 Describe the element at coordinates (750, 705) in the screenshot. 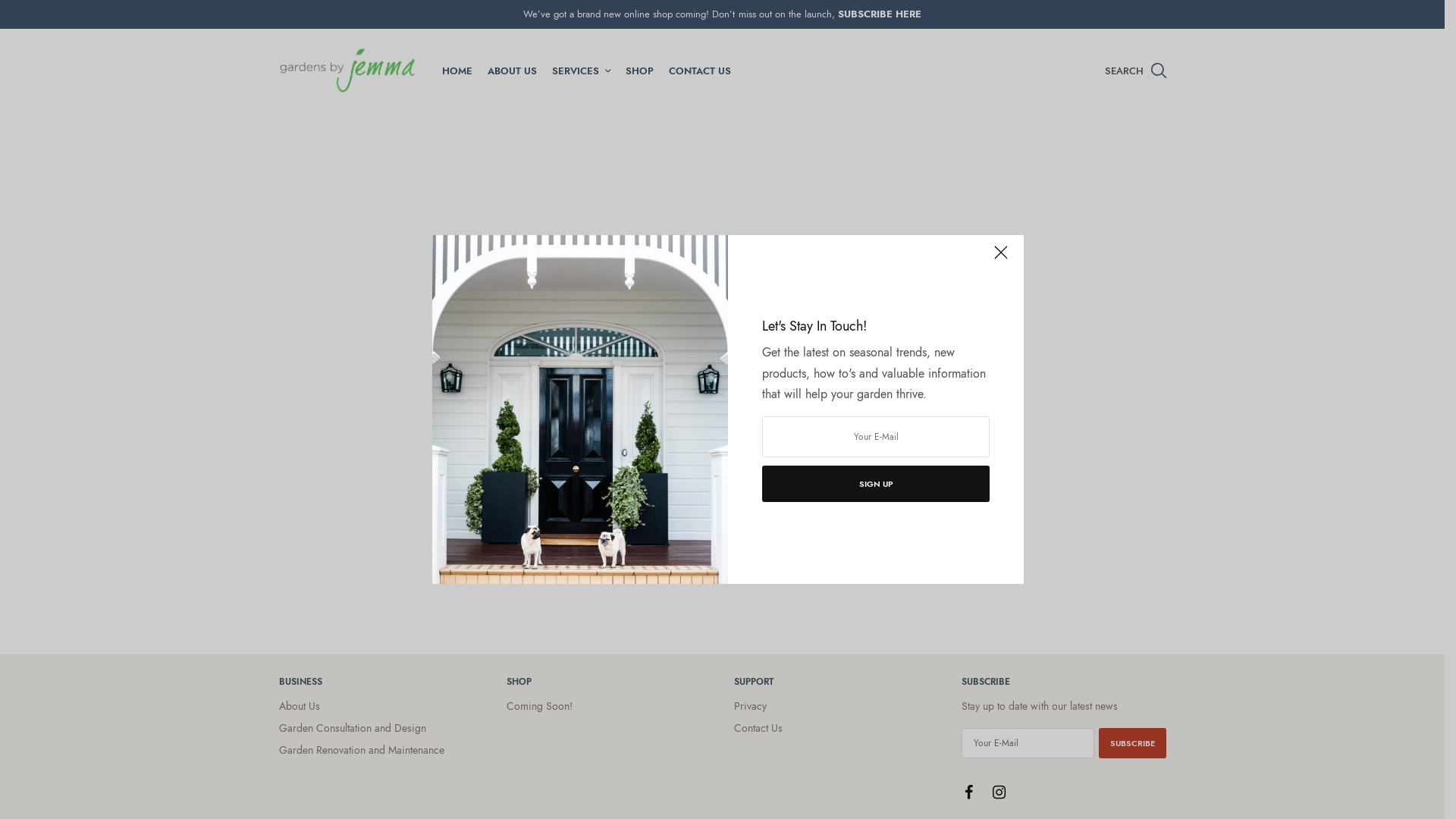

I see `'Privacy'` at that location.